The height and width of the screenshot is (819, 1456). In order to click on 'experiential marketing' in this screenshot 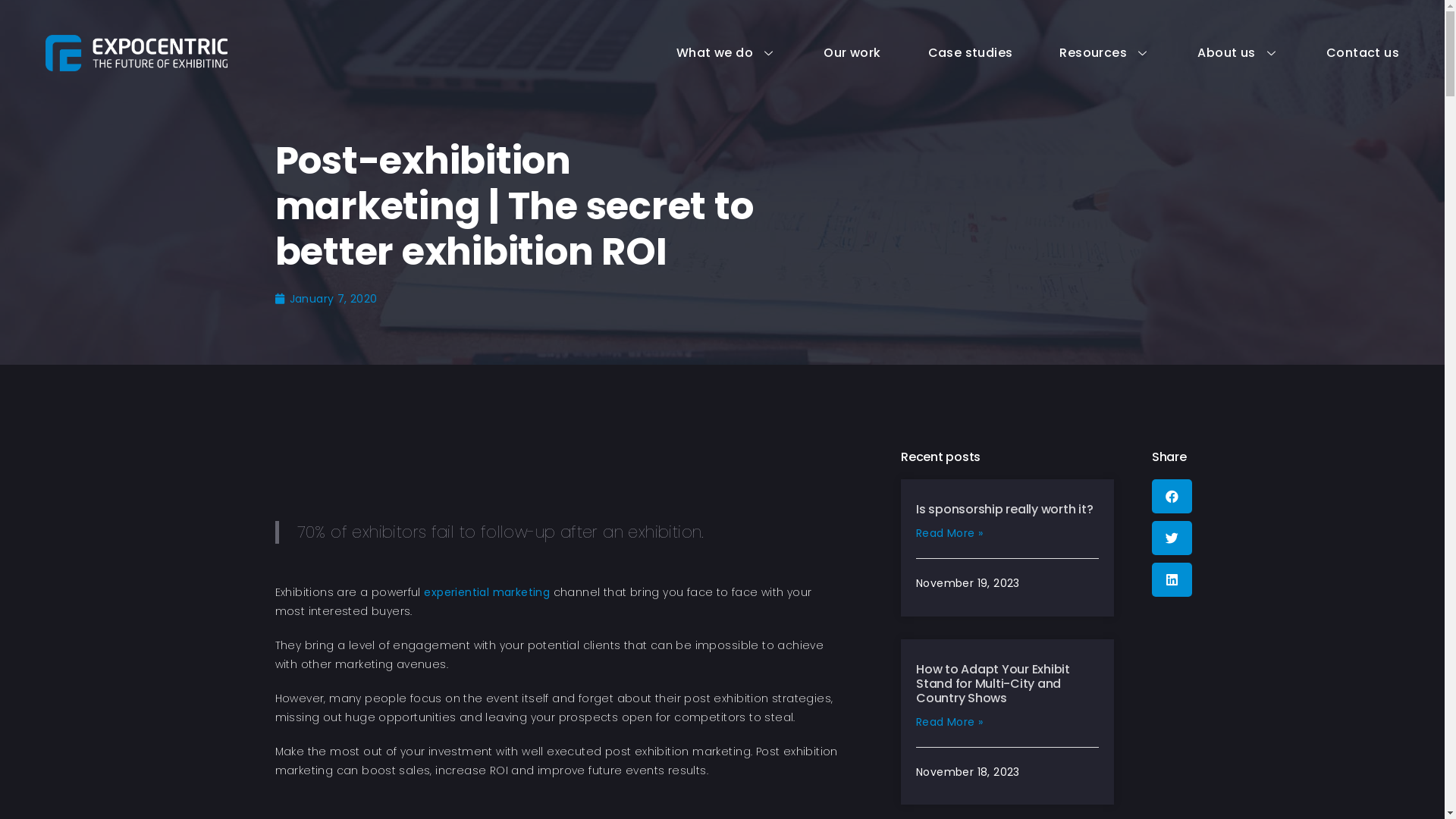, I will do `click(487, 591)`.